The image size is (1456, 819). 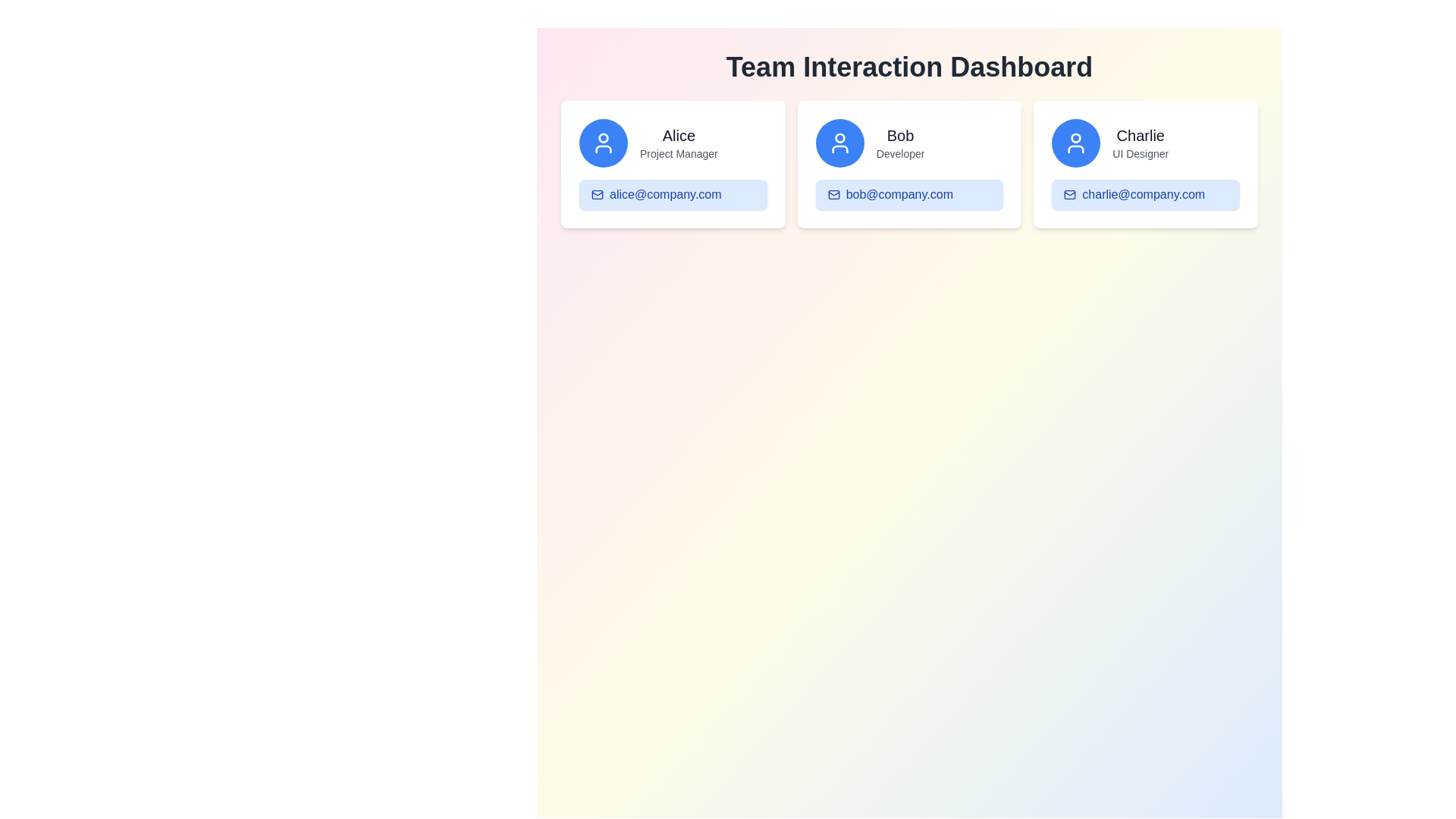 What do you see at coordinates (672, 164) in the screenshot?
I see `the name 'Alice' or the email 'alice@company.com' in the Card Component located on the leftmost side of the row of cards for further interaction` at bounding box center [672, 164].